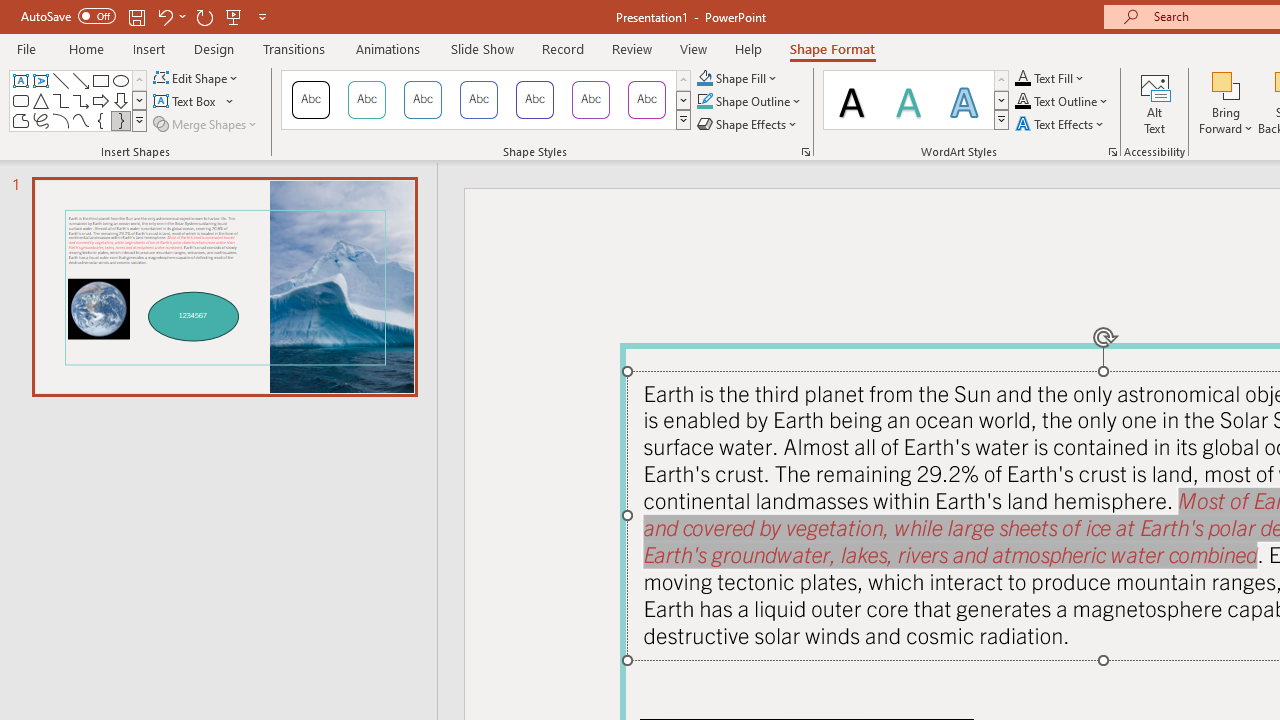  I want to click on 'From Beginning', so click(234, 16).